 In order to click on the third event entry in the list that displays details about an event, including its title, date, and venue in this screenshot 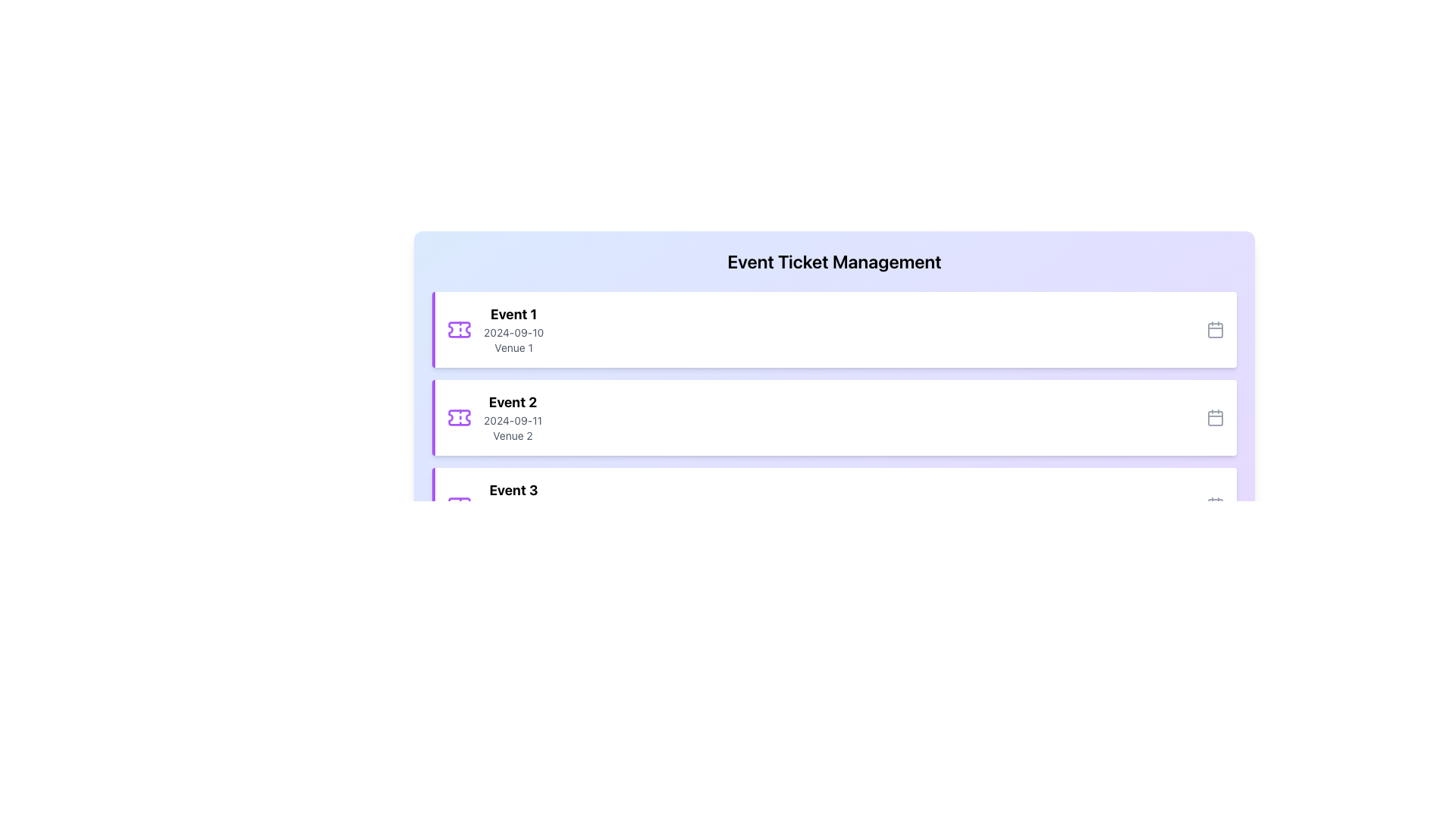, I will do `click(495, 506)`.